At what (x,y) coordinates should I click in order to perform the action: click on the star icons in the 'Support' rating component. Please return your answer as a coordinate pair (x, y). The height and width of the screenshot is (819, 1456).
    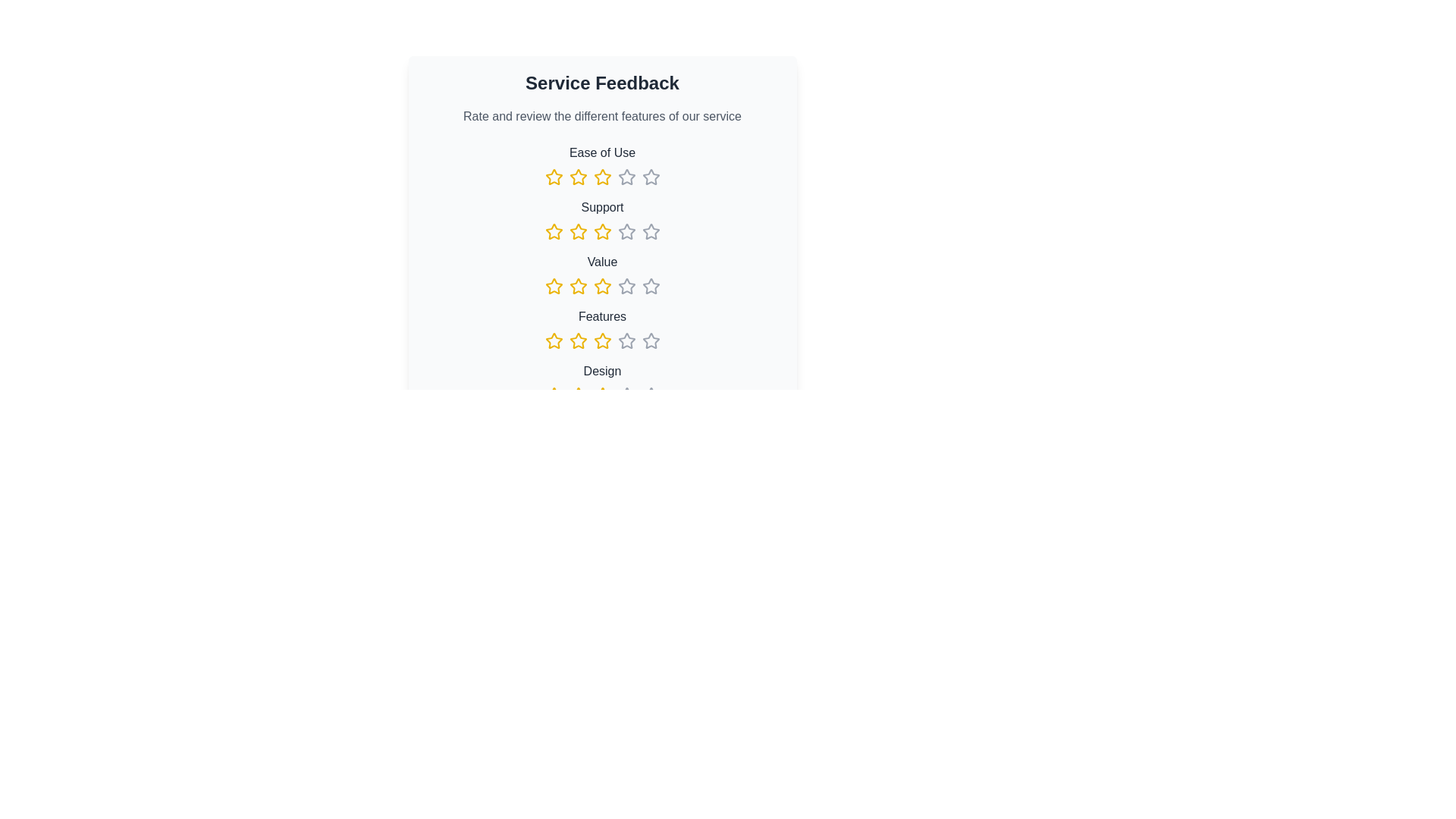
    Looking at the image, I should click on (601, 219).